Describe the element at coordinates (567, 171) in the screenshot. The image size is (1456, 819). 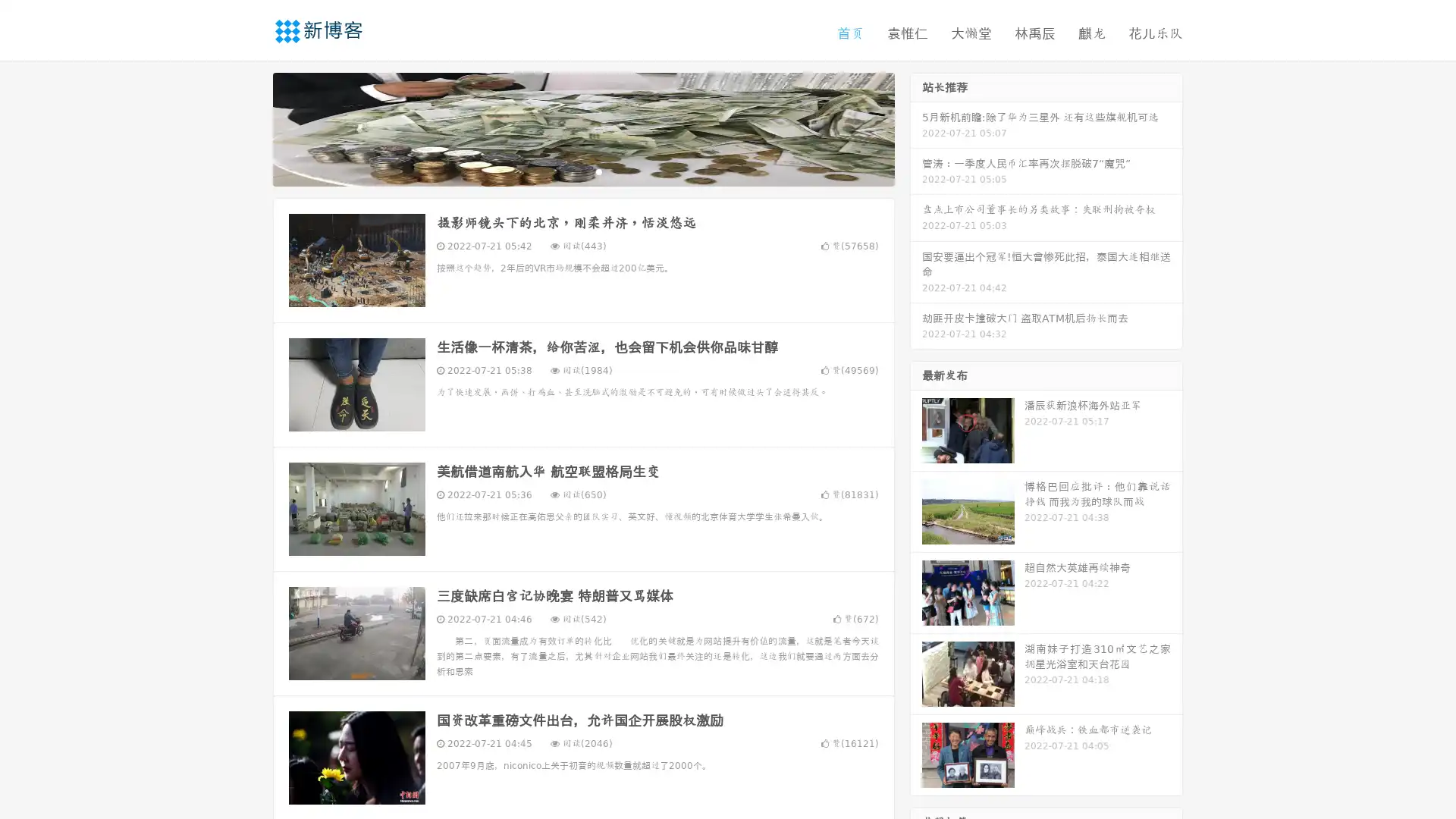
I see `Go to slide 1` at that location.